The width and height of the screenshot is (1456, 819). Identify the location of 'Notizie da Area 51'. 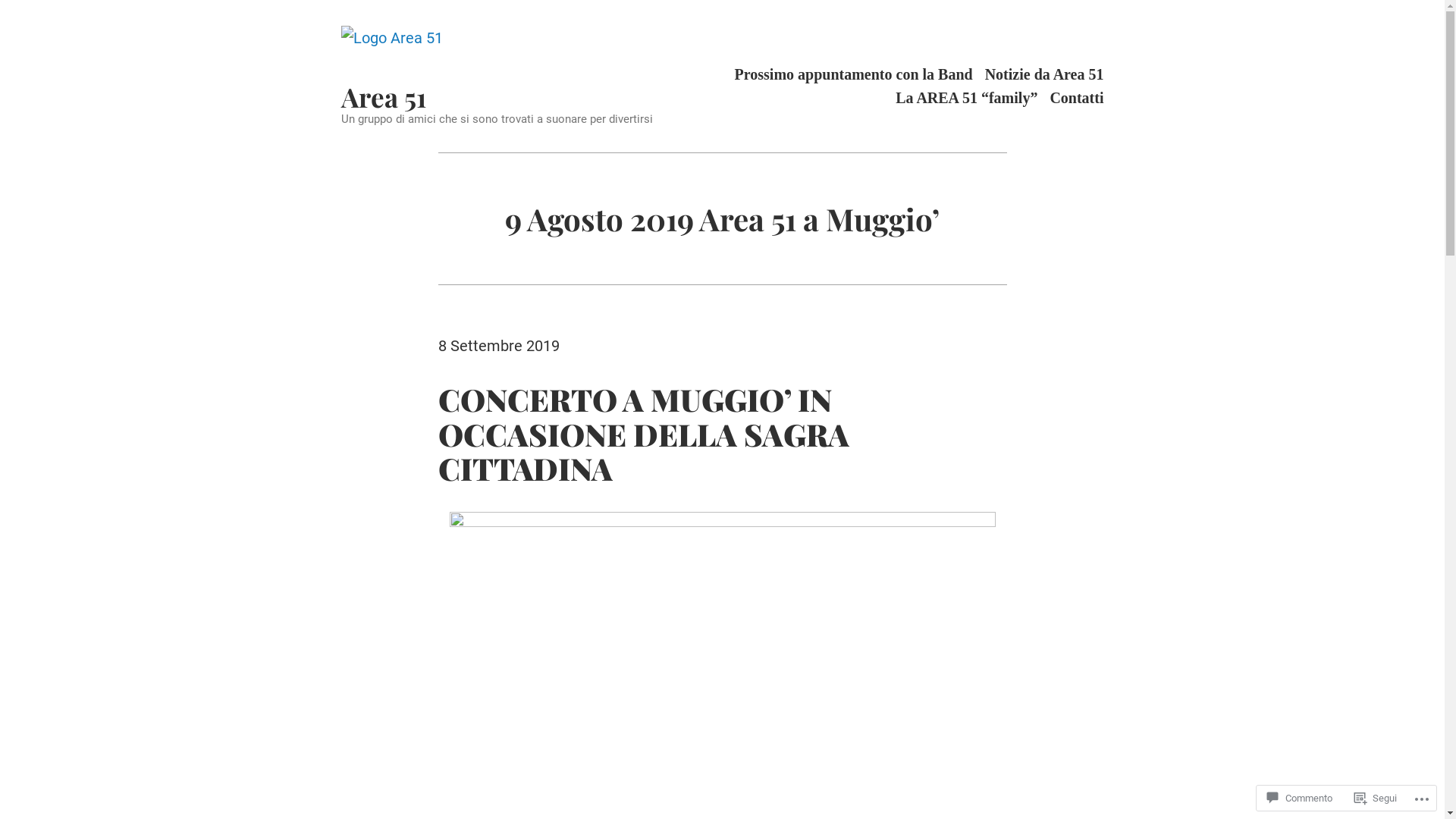
(1043, 74).